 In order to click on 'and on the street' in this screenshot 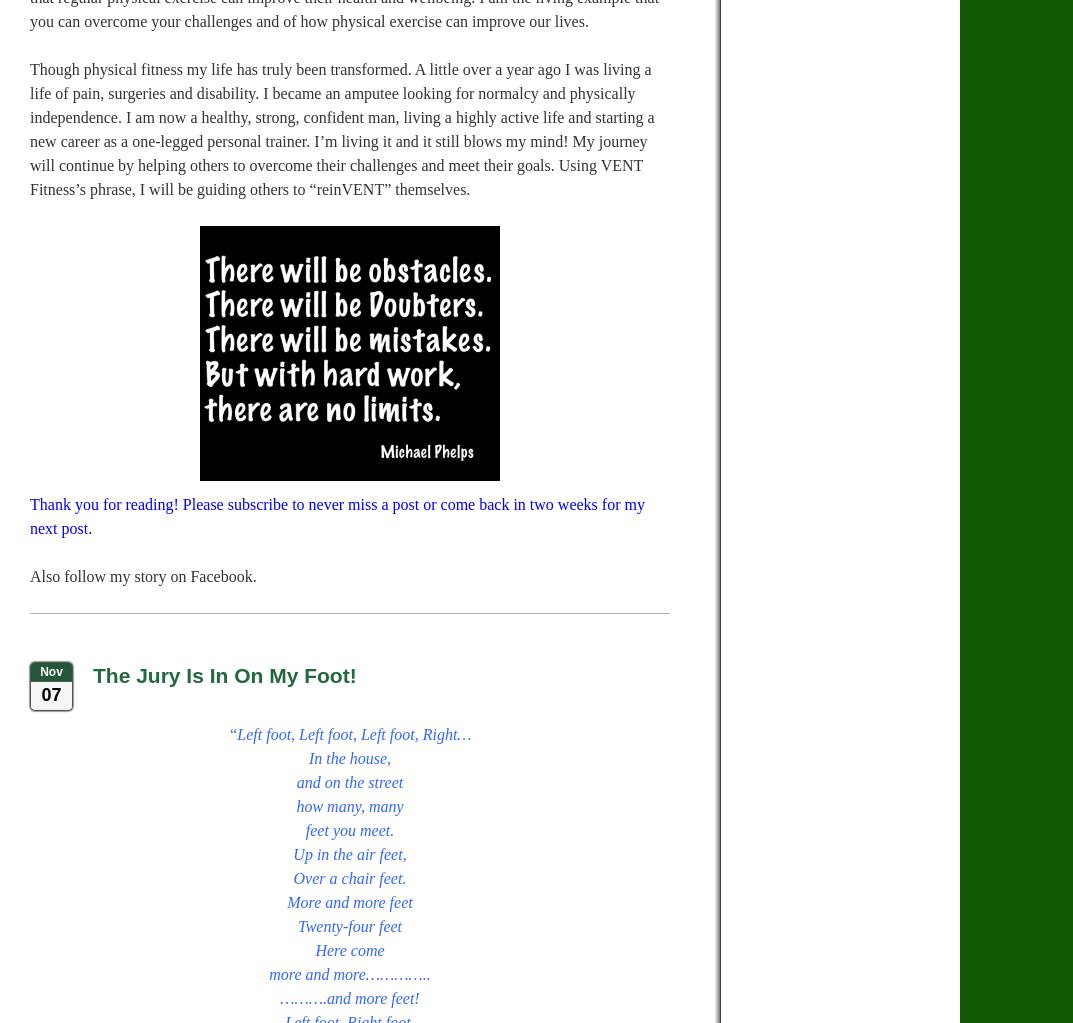, I will do `click(349, 781)`.